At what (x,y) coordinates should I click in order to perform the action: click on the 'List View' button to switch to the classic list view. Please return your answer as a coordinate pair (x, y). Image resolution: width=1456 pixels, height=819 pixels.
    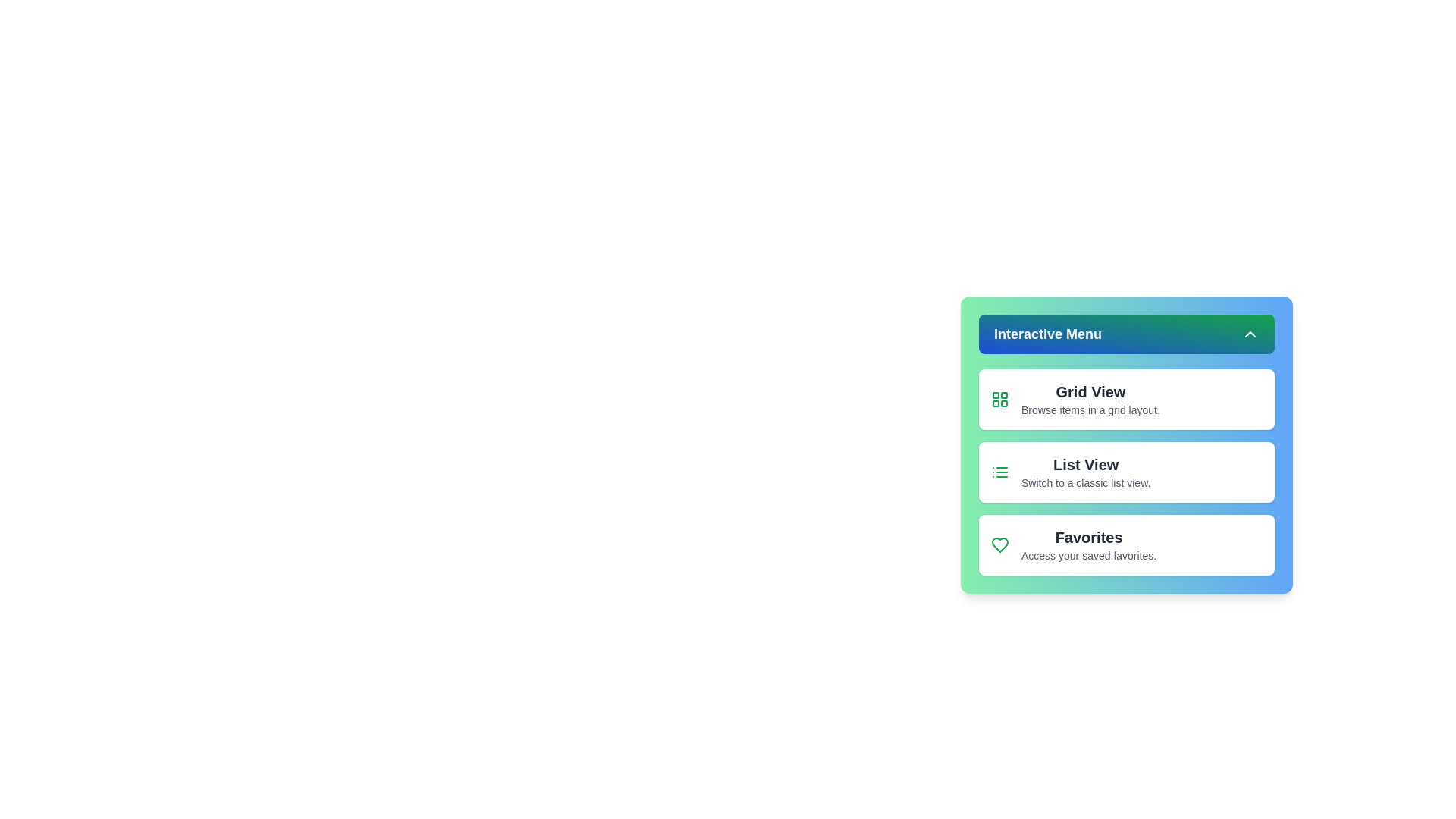
    Looking at the image, I should click on (1127, 472).